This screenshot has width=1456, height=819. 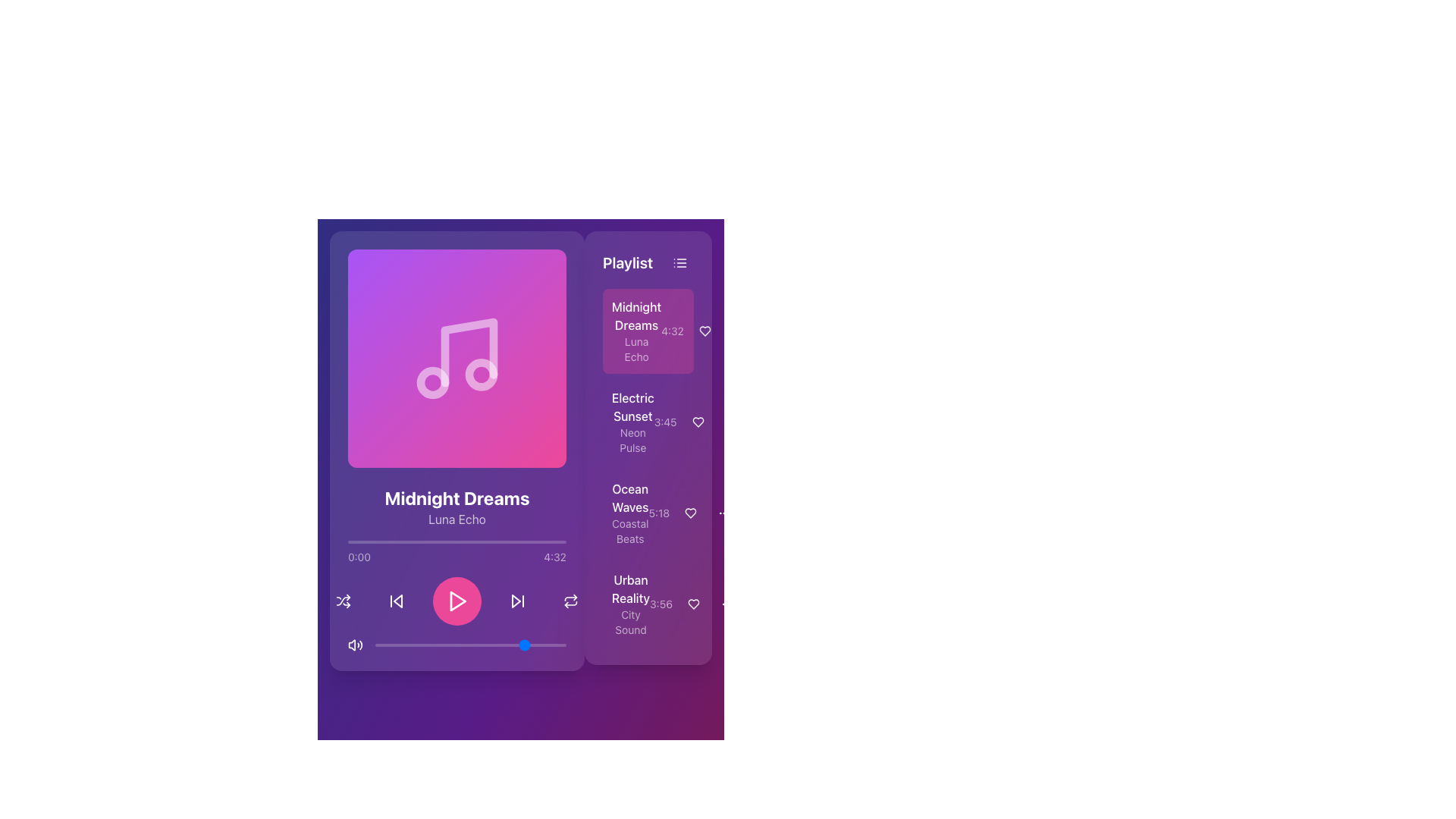 I want to click on the text label displaying 'Ocean Waves' and 'Coastal Beats' in the playlist interface, which is the third item in the list, so click(x=630, y=513).